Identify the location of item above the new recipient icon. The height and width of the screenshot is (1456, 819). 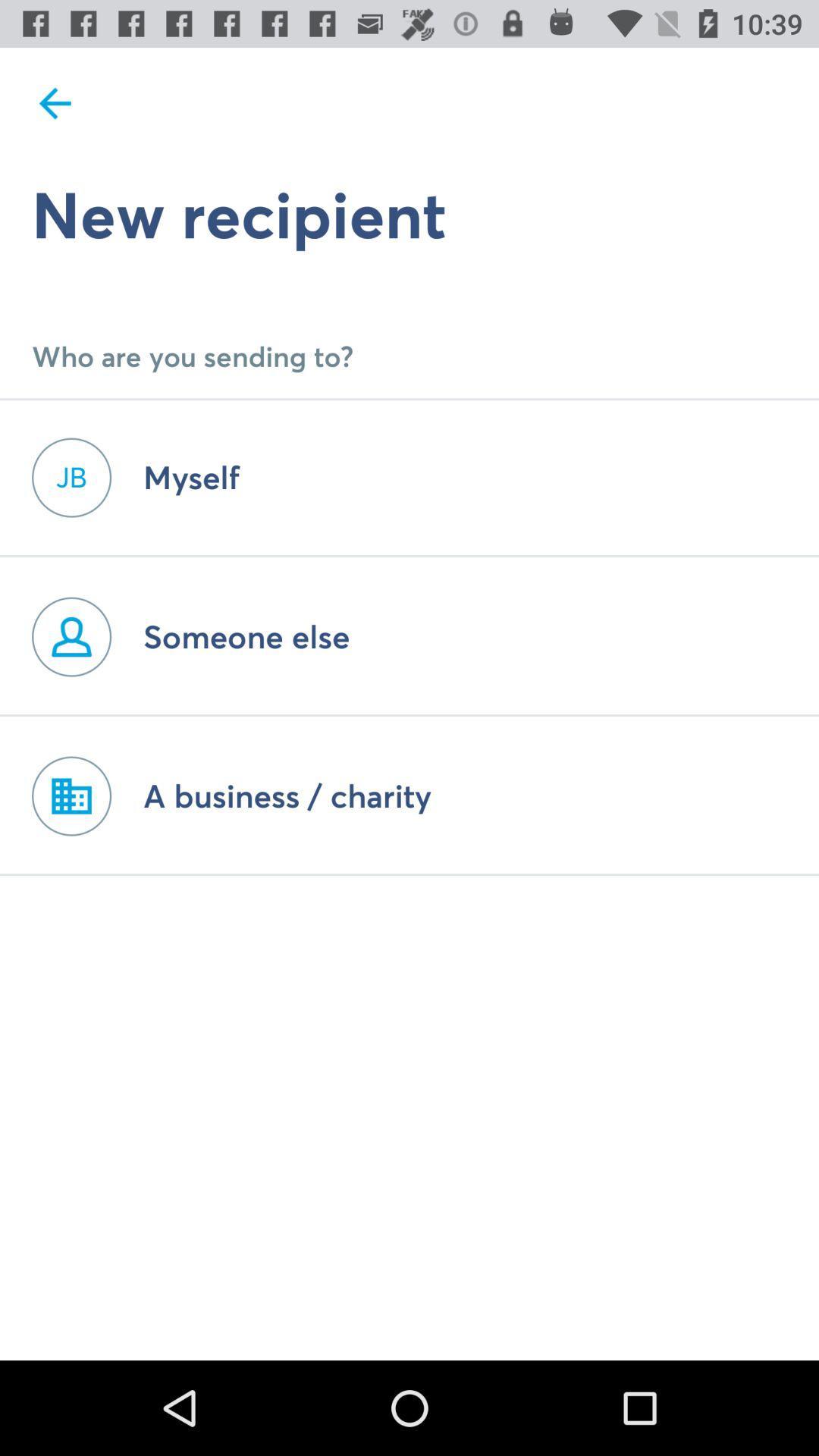
(55, 102).